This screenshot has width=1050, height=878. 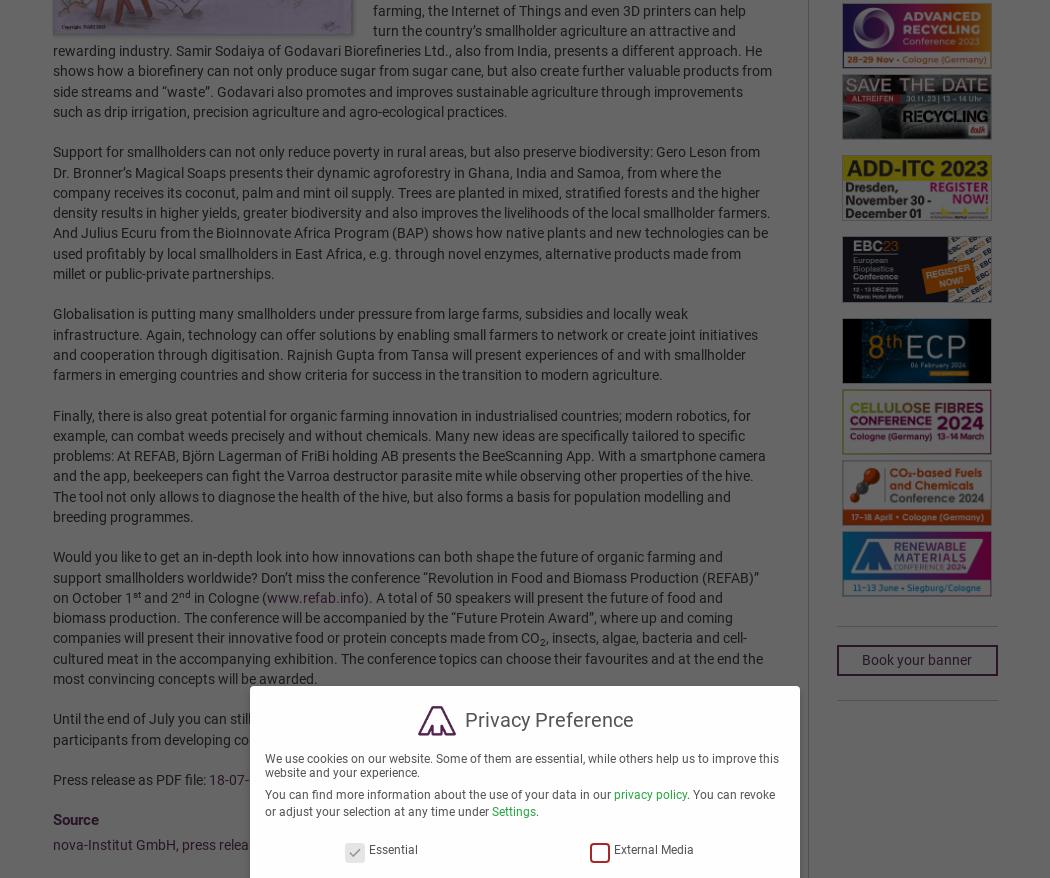 I want to click on 'Would you like to get an in-depth look into how innovations can both shape the future of organic farming and support smallholders worldwide? Don’t miss the conference “Revolution in Food and Biomass Production (REFAB)” on October 1', so click(x=50, y=577).